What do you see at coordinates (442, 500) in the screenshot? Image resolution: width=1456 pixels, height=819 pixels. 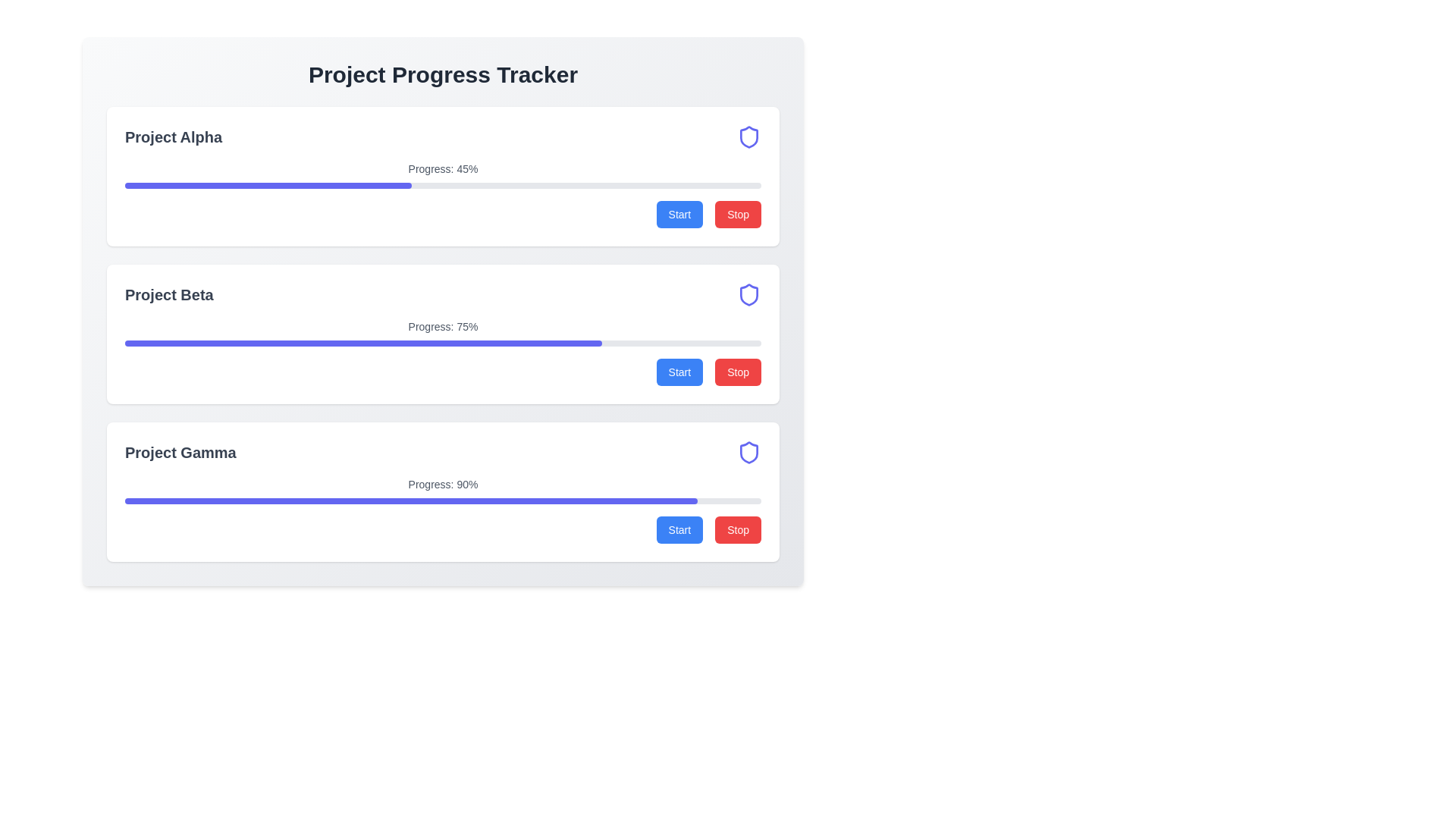 I see `the thin, horizontal progress bar located within the 'Project Gamma' card, which has a gray background and a blue-filled portion representing the progress` at bounding box center [442, 500].